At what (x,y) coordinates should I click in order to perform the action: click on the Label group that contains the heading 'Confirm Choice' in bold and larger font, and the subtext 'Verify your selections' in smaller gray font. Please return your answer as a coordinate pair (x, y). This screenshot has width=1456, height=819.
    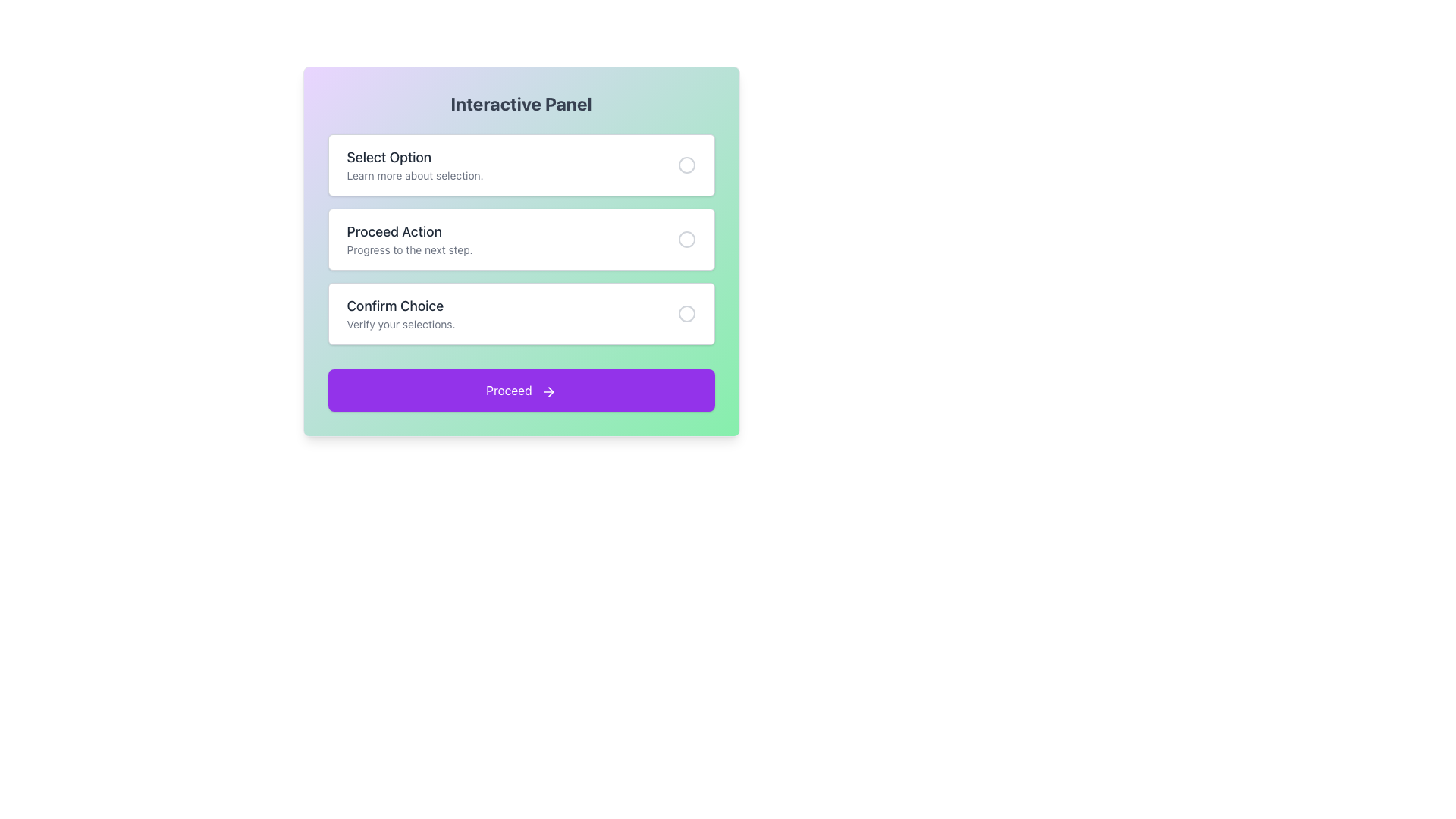
    Looking at the image, I should click on (400, 312).